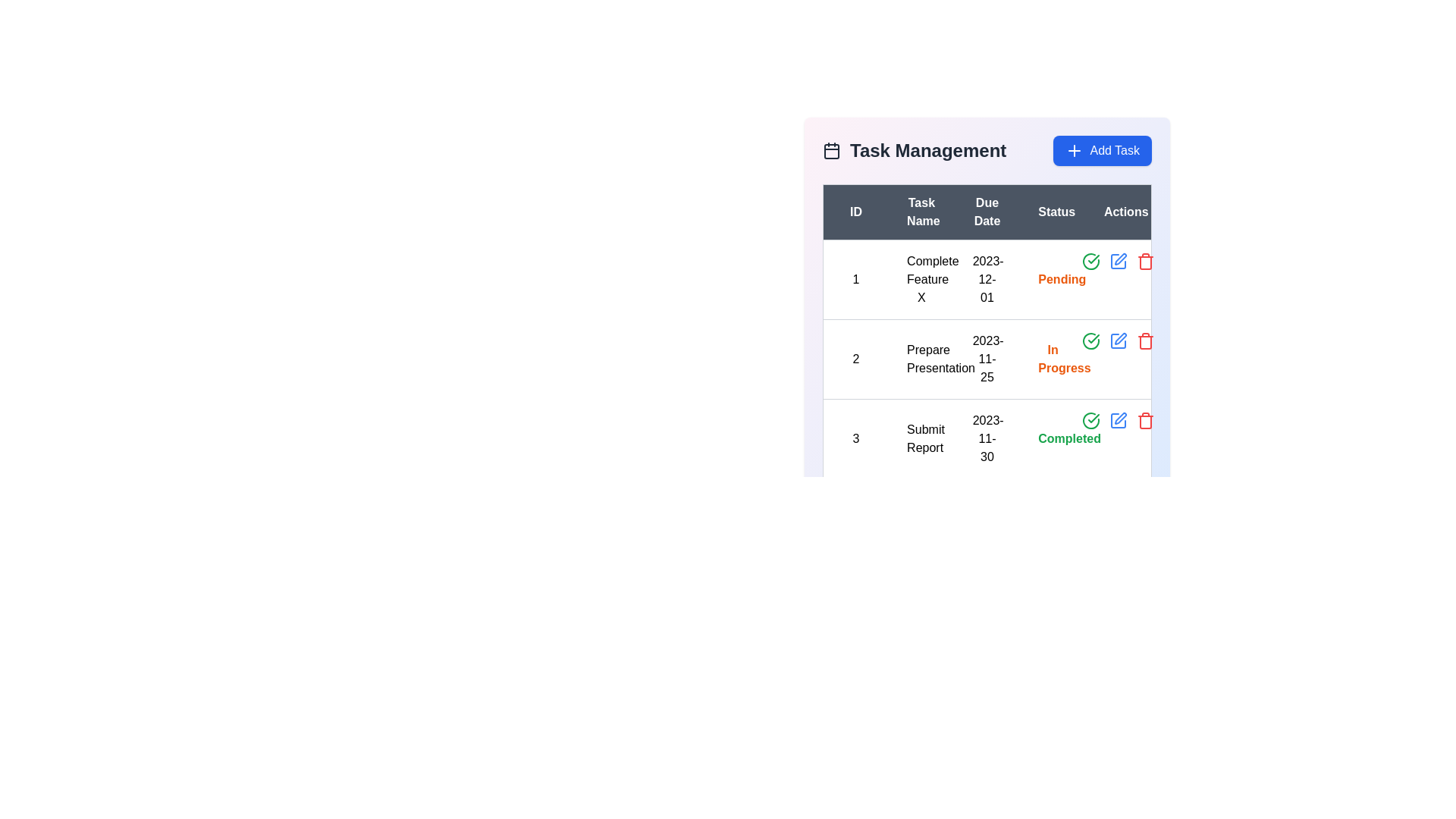 This screenshot has width=1456, height=819. Describe the element at coordinates (1063, 359) in the screenshot. I see `the 'In Progress' text label displayed in bold orange font, which serves as a status indicator in the second row of the table for Task ID 2, 'Prepare Presentation'` at that location.